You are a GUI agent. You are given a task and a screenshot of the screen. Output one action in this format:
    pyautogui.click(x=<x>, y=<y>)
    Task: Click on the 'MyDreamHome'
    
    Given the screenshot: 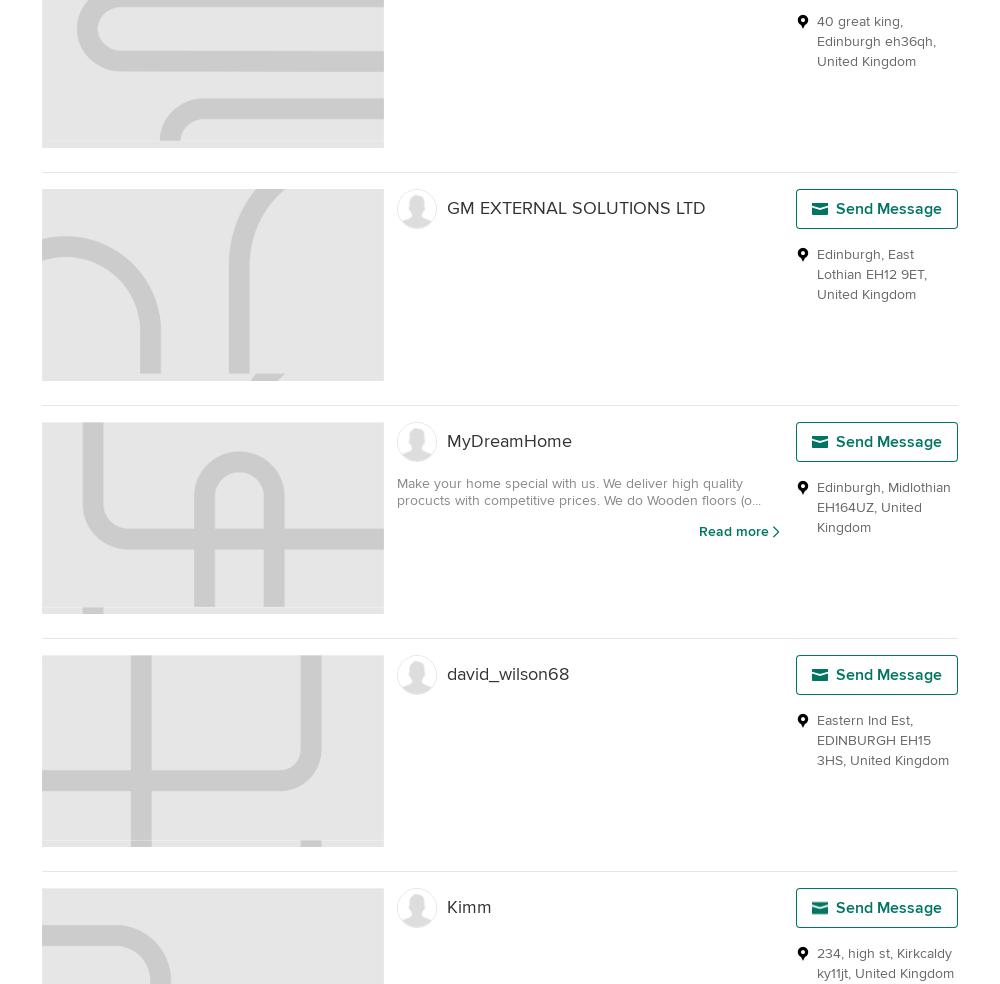 What is the action you would take?
    pyautogui.click(x=509, y=441)
    